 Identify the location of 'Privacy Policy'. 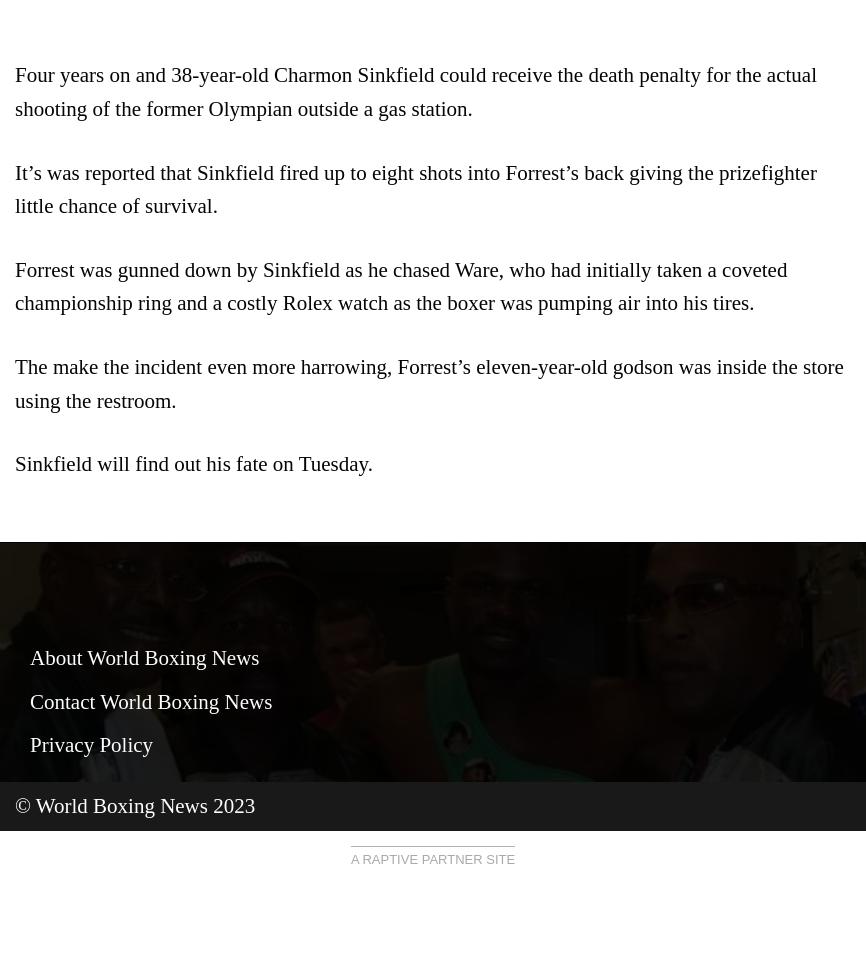
(29, 743).